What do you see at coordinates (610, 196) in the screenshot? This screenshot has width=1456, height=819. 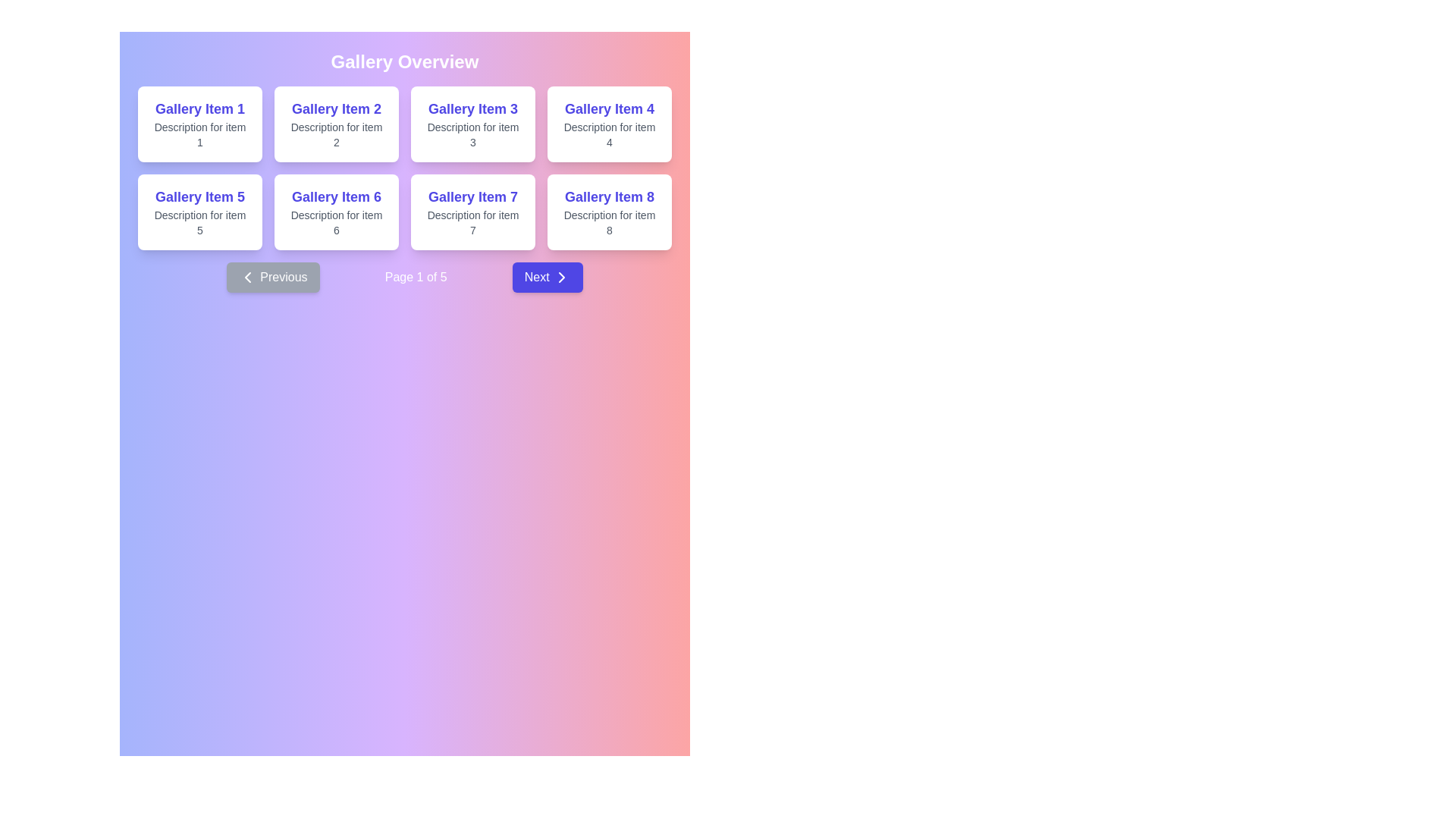 I see `displayed text 'Gallery Item 8' from the bold text label located in the bottom-right corner of the grid layout` at bounding box center [610, 196].